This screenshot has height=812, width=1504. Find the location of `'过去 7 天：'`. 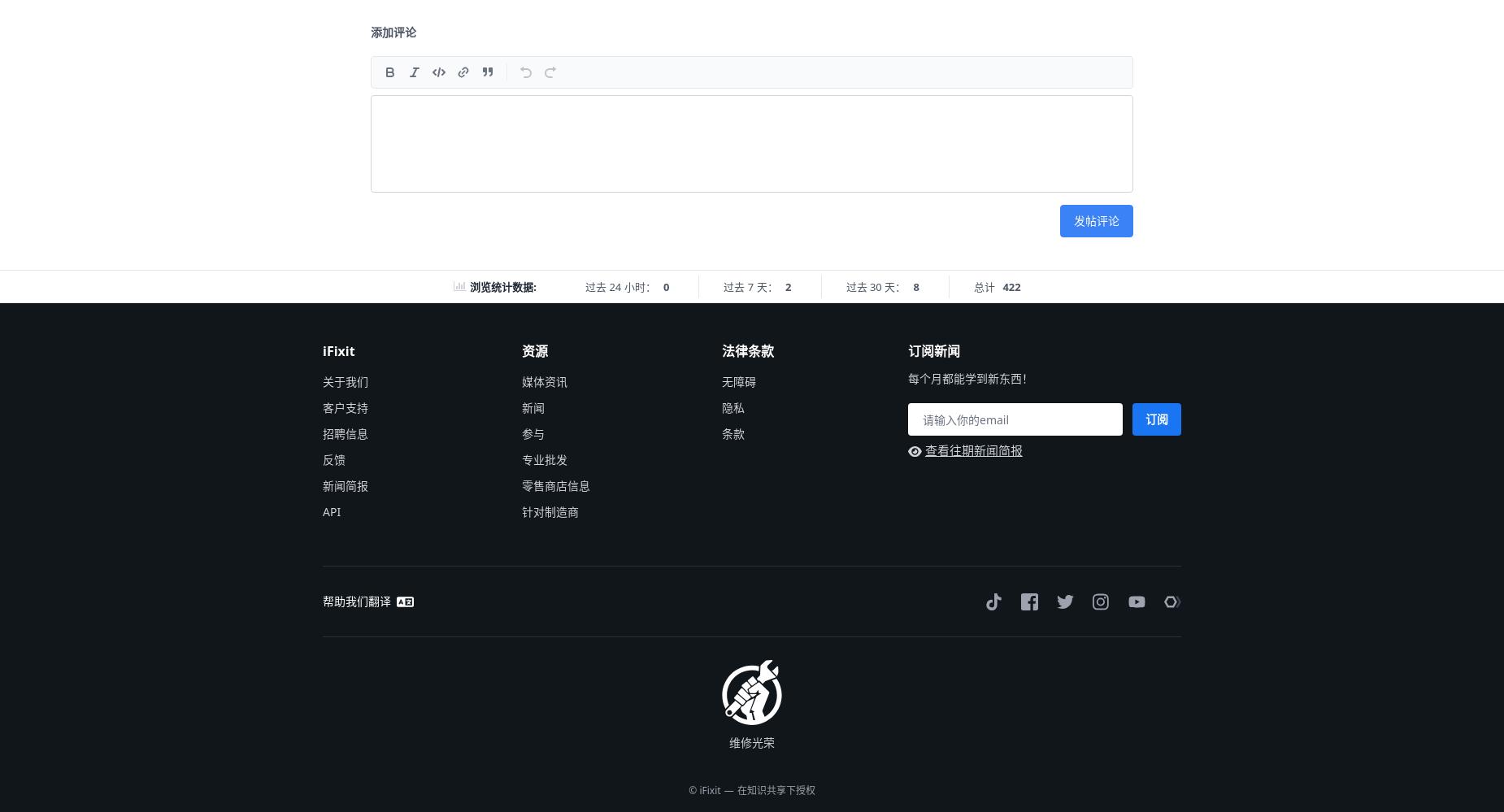

'过去 7 天：' is located at coordinates (750, 286).